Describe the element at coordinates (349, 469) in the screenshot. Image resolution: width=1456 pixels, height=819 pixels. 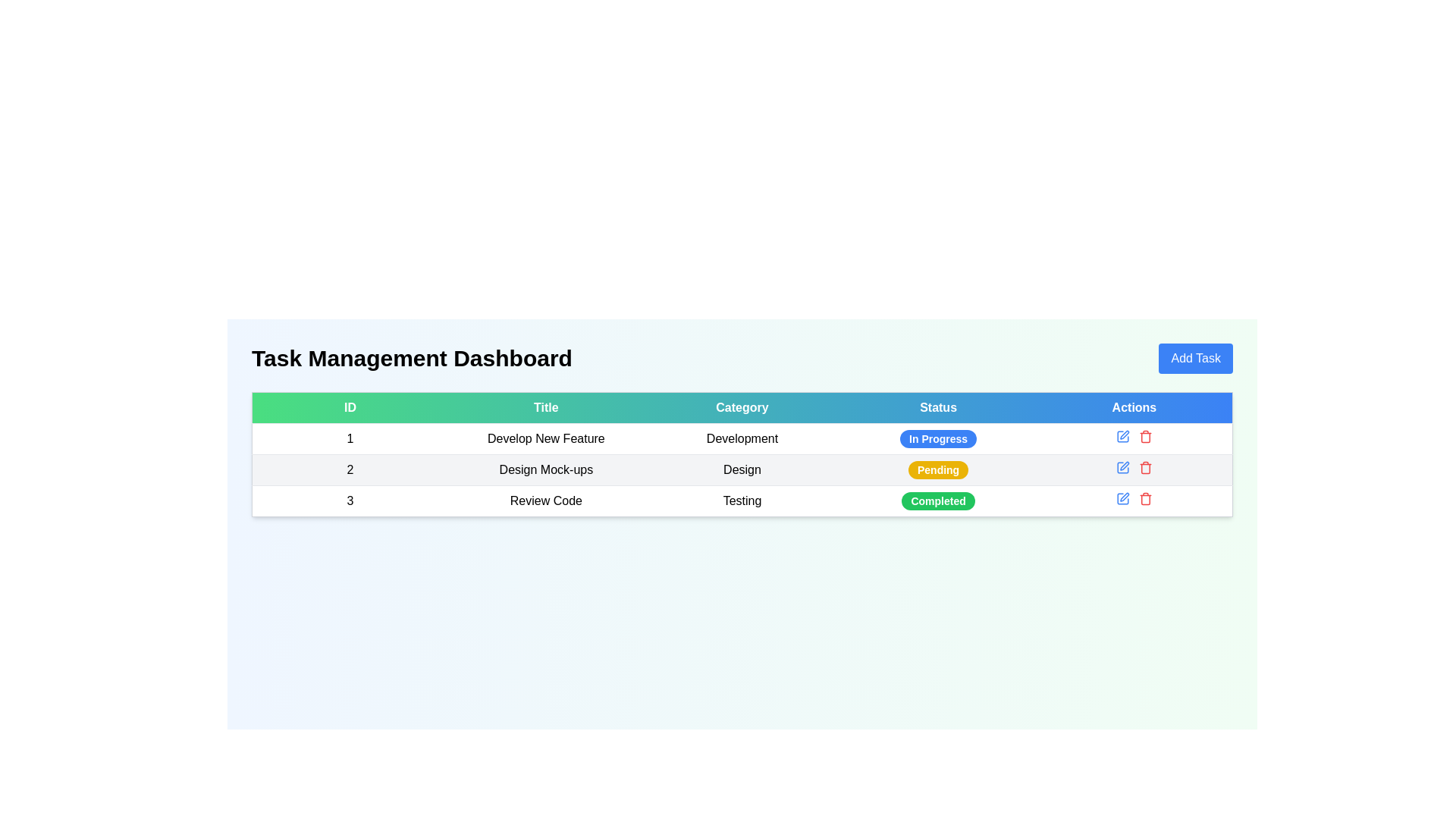
I see `the text element in the second row and first column of the table, which identifies a specific task entry, located adjacent to 'Design Mock-ups' and above '3'` at that location.